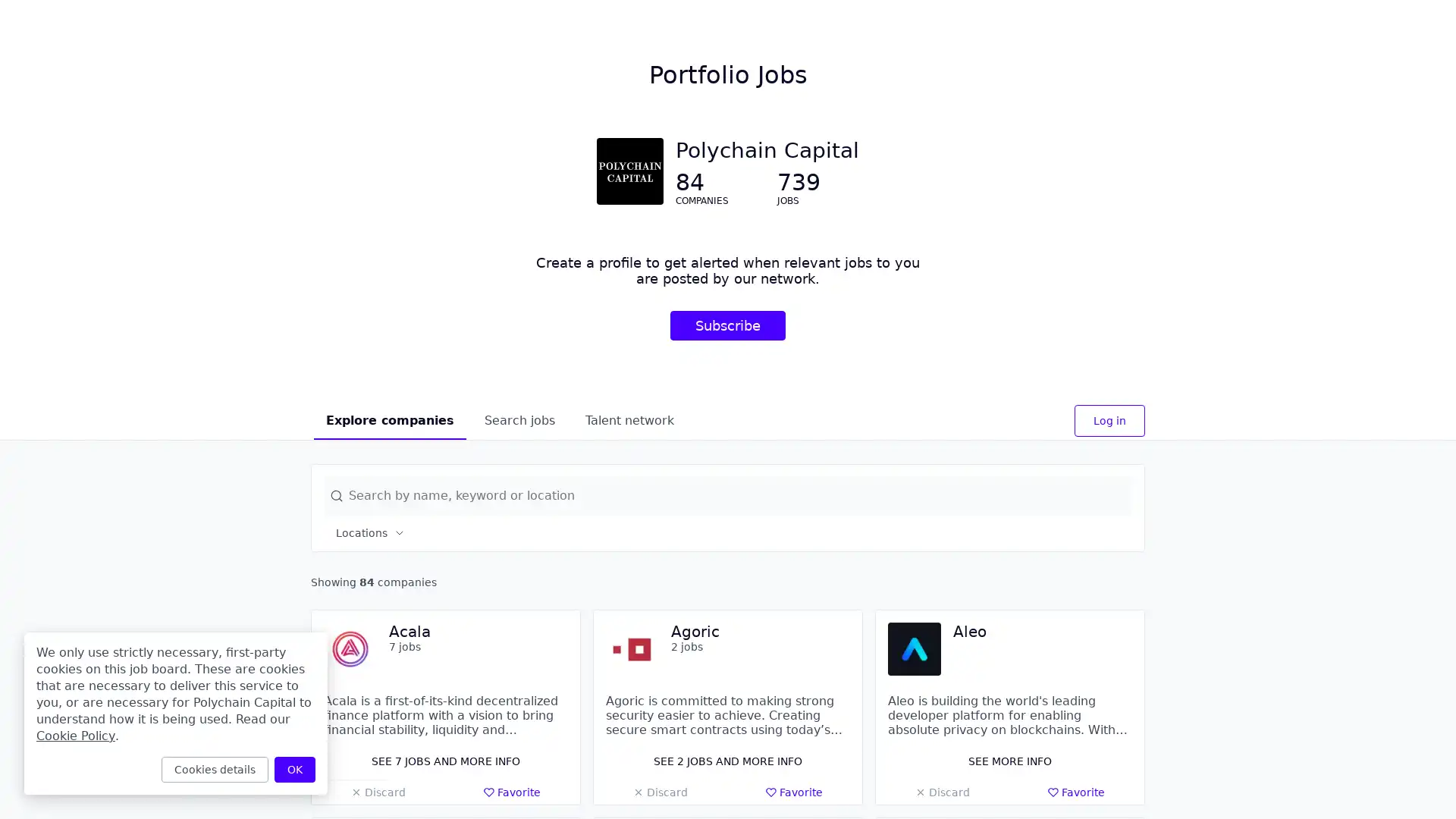  What do you see at coordinates (793, 792) in the screenshot?
I see `Favorite` at bounding box center [793, 792].